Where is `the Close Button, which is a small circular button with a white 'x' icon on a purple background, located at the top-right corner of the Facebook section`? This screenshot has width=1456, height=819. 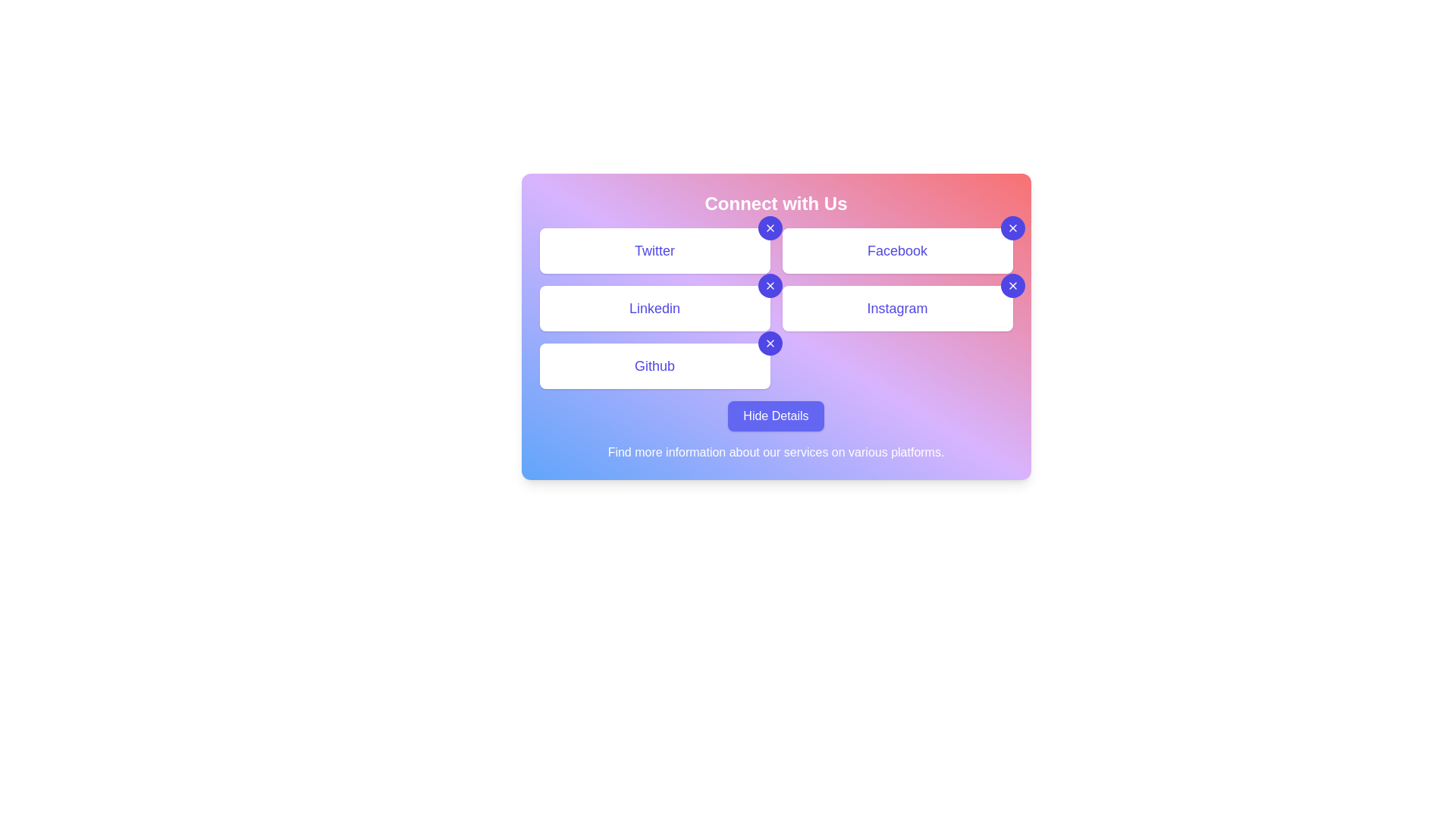
the Close Button, which is a small circular button with a white 'x' icon on a purple background, located at the top-right corner of the Facebook section is located at coordinates (1012, 227).